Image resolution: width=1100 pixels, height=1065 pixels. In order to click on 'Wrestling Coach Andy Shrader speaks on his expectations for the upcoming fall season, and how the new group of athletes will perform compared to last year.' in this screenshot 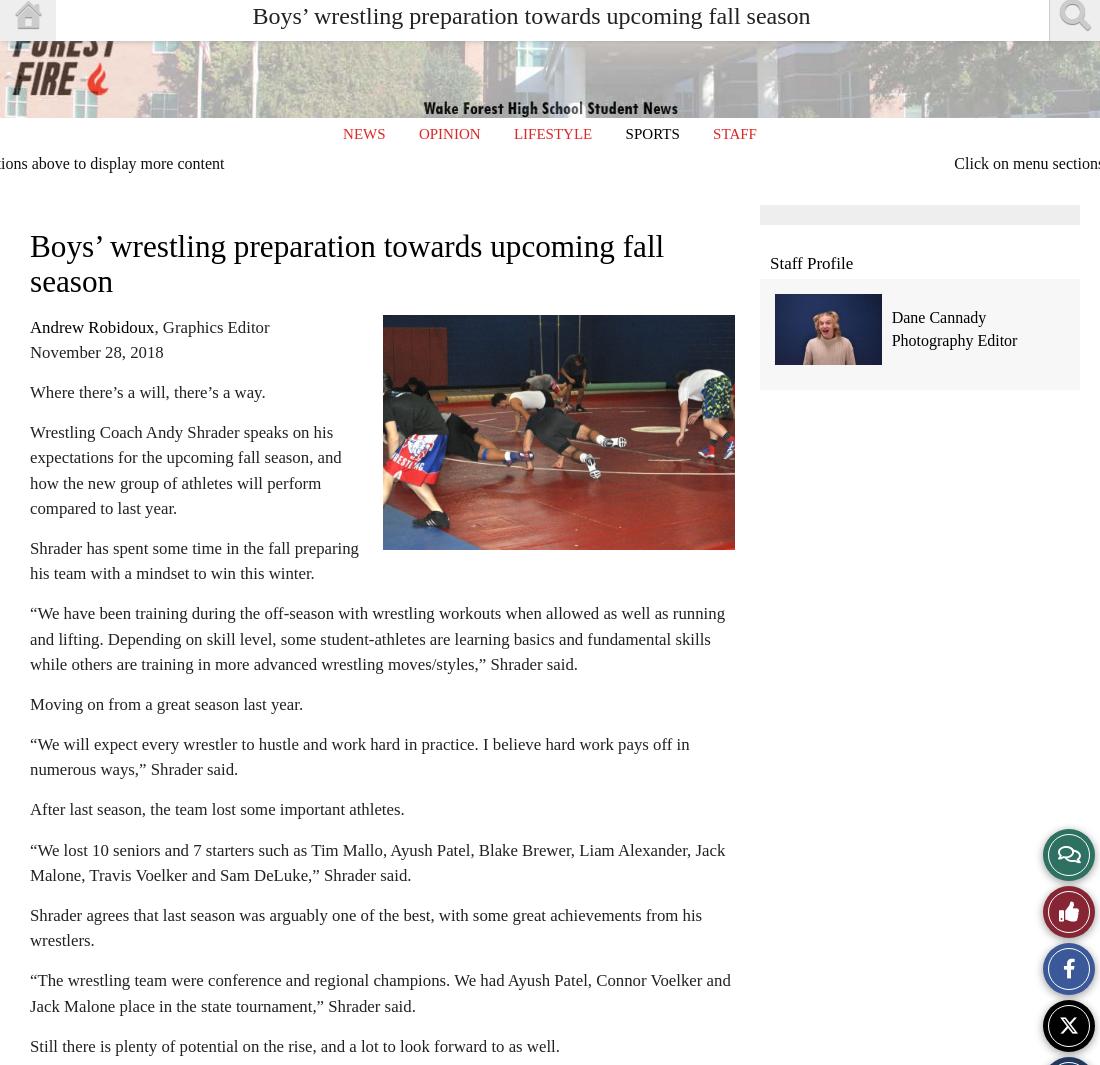, I will do `click(29, 468)`.